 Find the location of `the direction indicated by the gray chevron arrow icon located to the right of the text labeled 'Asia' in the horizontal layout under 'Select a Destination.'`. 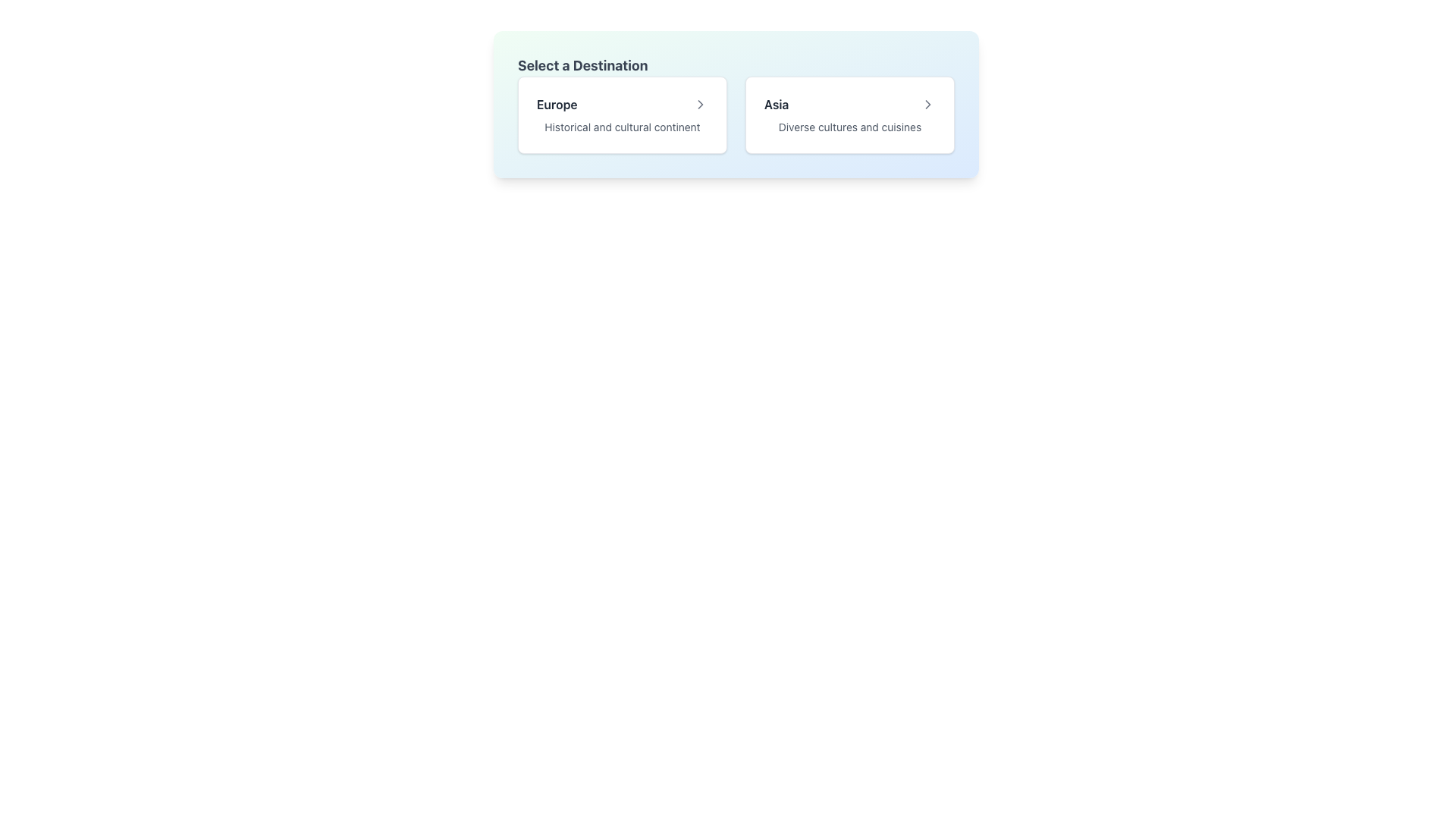

the direction indicated by the gray chevron arrow icon located to the right of the text labeled 'Asia' in the horizontal layout under 'Select a Destination.' is located at coordinates (927, 104).